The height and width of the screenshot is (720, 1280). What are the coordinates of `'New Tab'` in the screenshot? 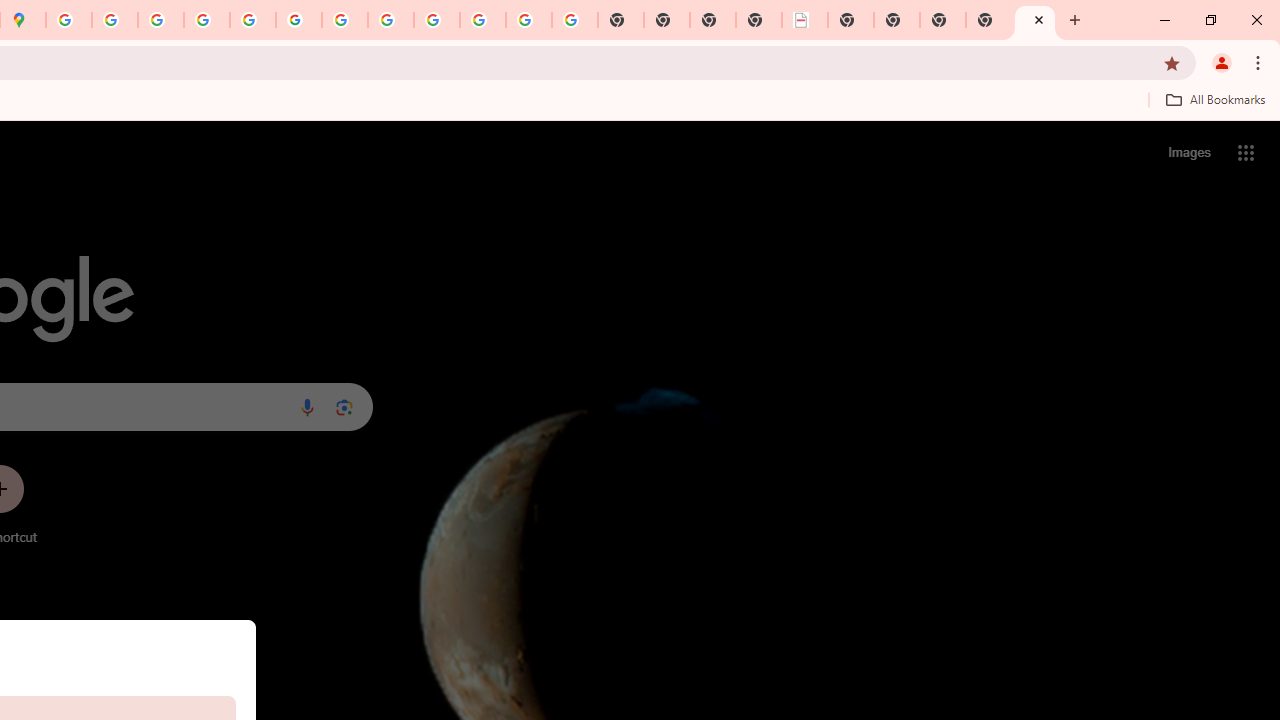 It's located at (989, 20).